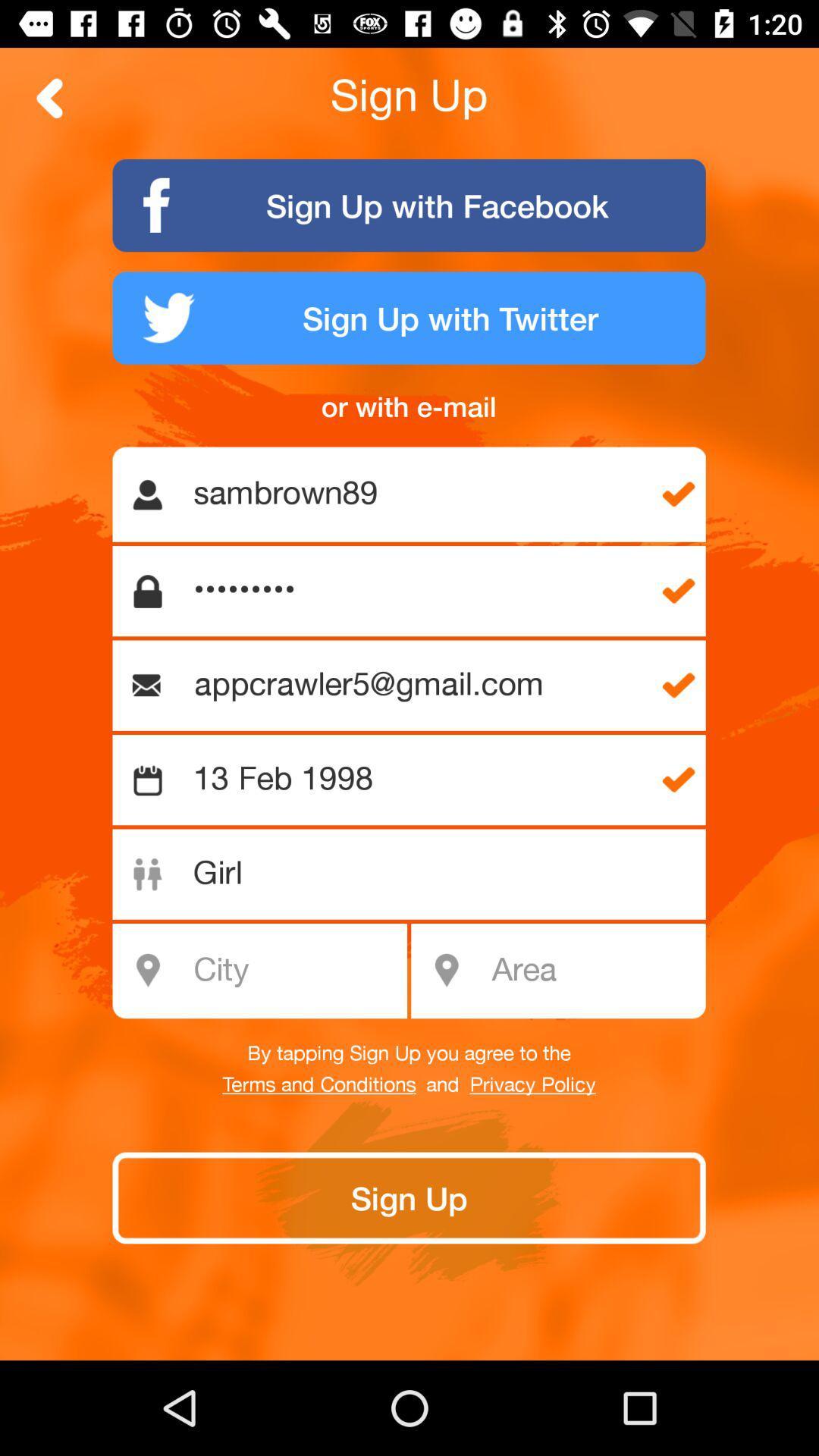 The image size is (819, 1456). What do you see at coordinates (417, 780) in the screenshot?
I see `the 13 feb 1998 icon` at bounding box center [417, 780].